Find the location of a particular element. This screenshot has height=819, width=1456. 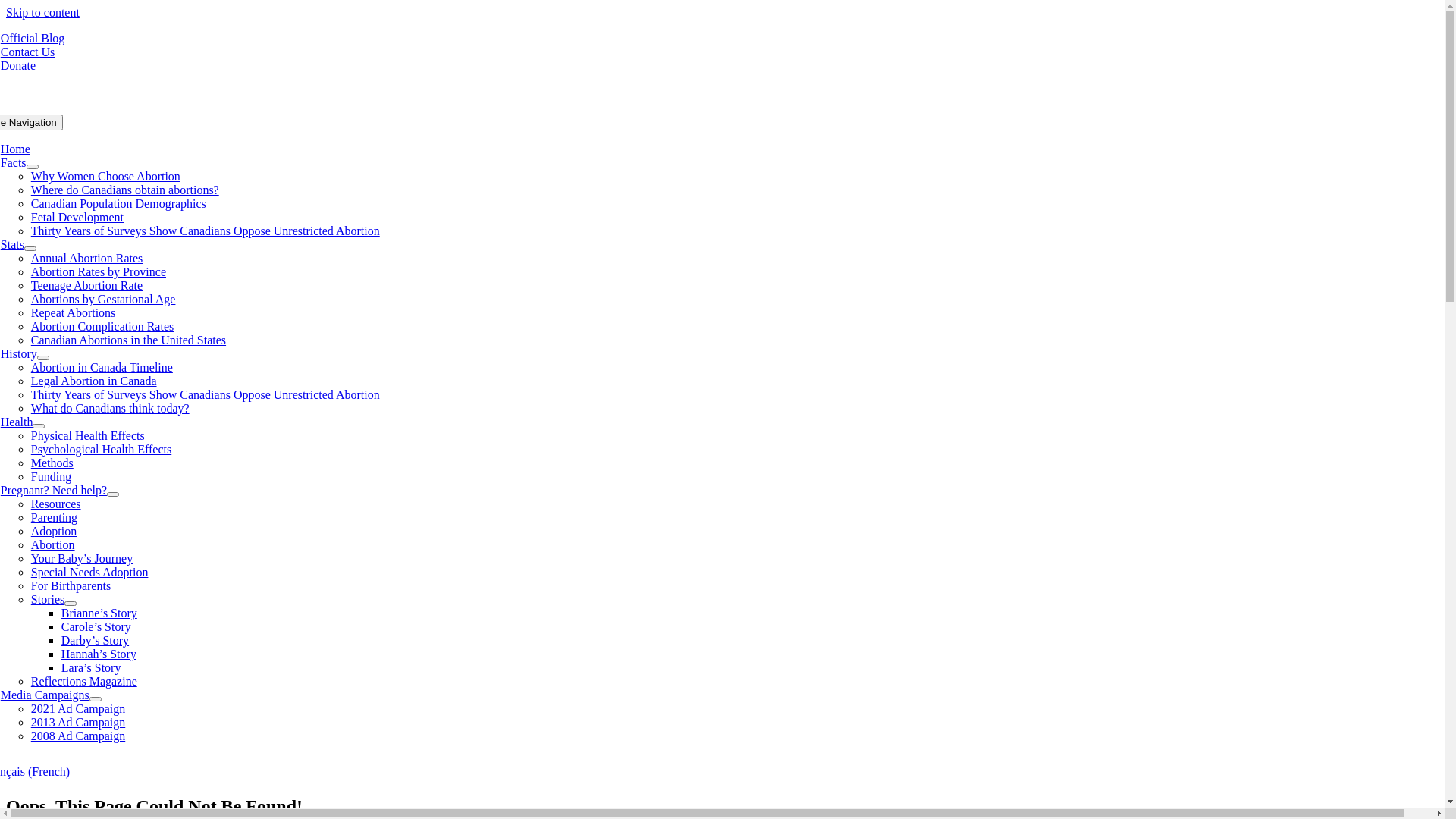

'2013 Ad Campaign' is located at coordinates (77, 721).